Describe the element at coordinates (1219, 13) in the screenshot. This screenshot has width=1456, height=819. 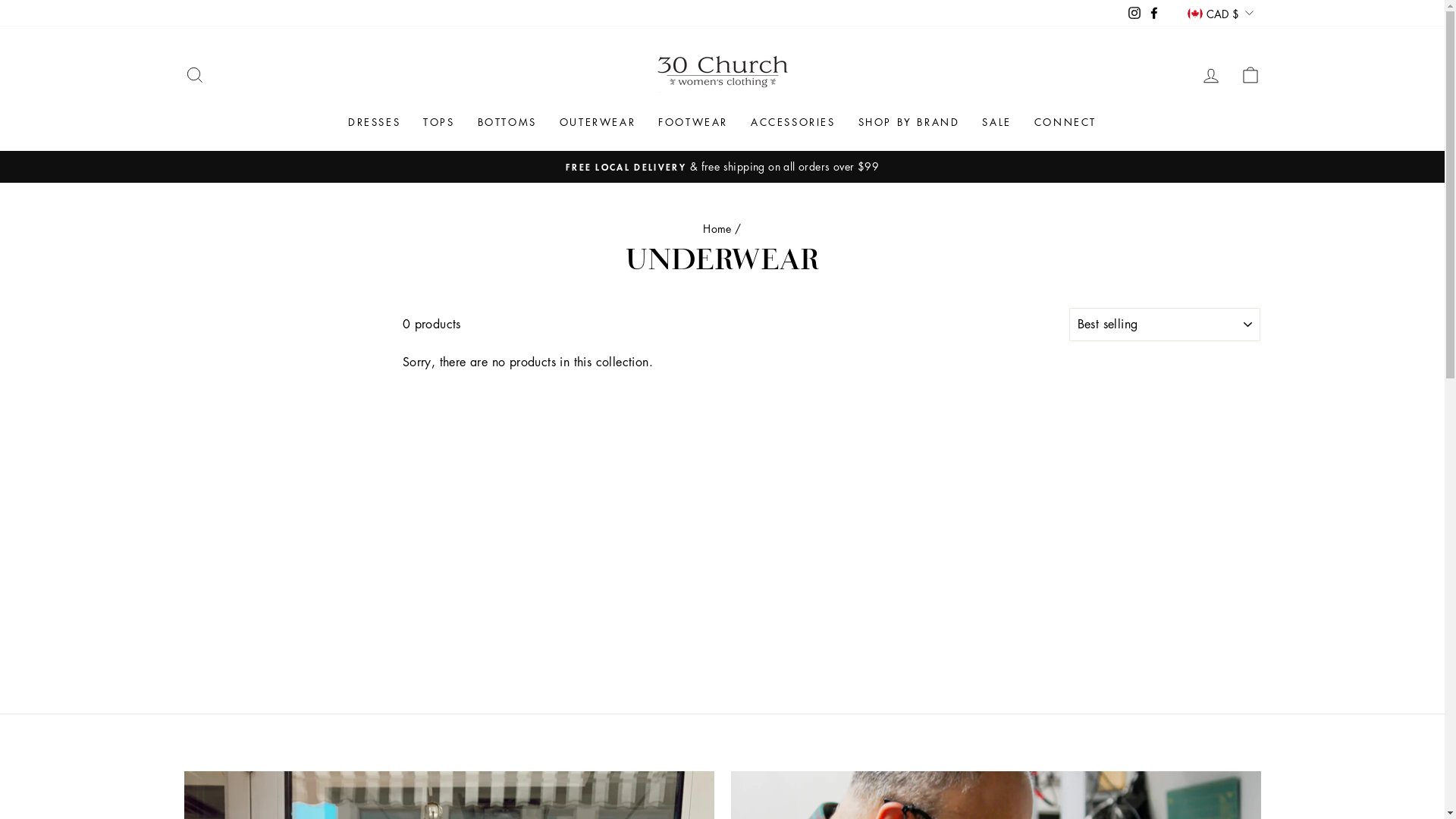
I see `'CAD $'` at that location.